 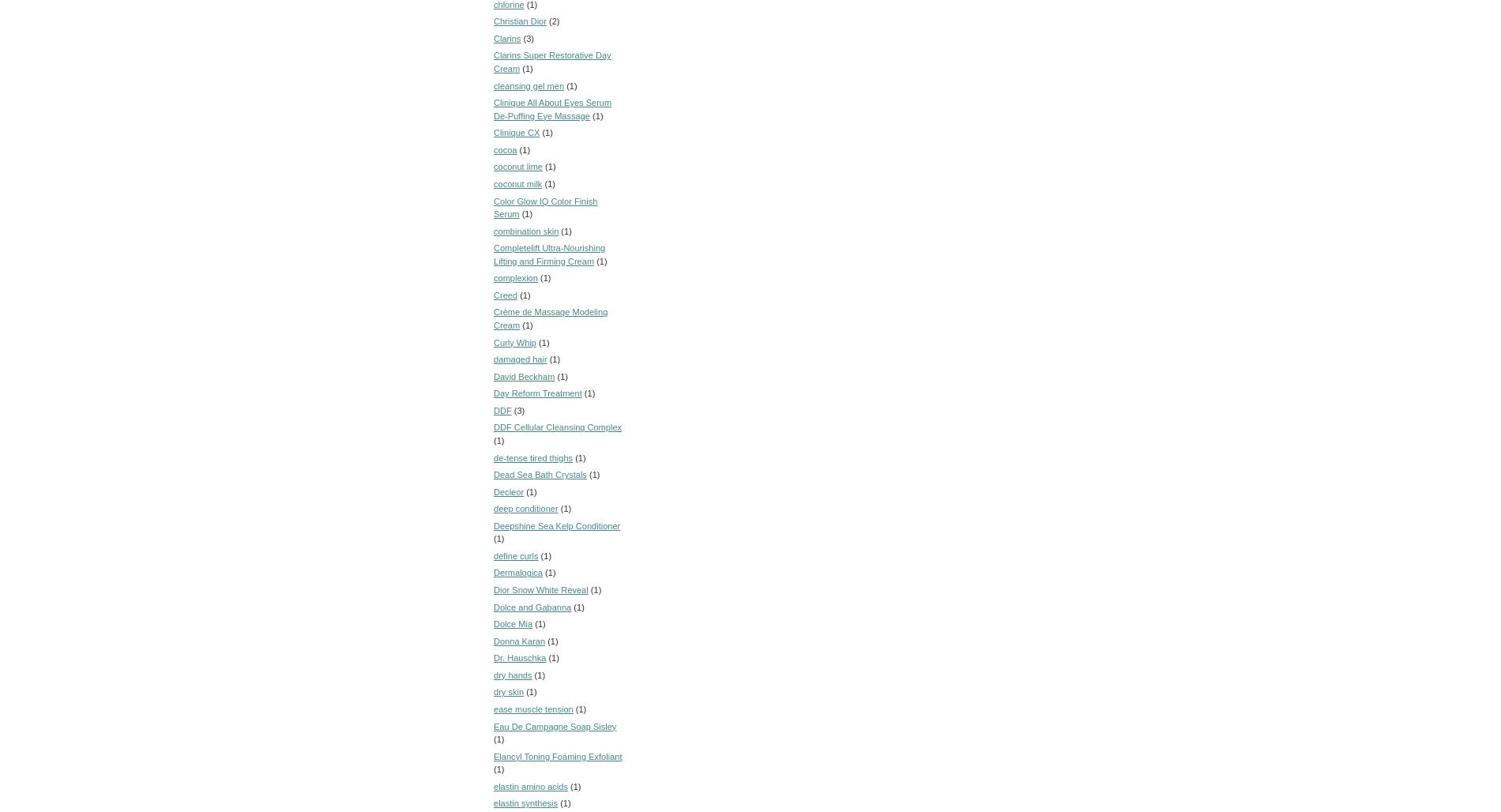 What do you see at coordinates (530, 785) in the screenshot?
I see `'elastin amino acids'` at bounding box center [530, 785].